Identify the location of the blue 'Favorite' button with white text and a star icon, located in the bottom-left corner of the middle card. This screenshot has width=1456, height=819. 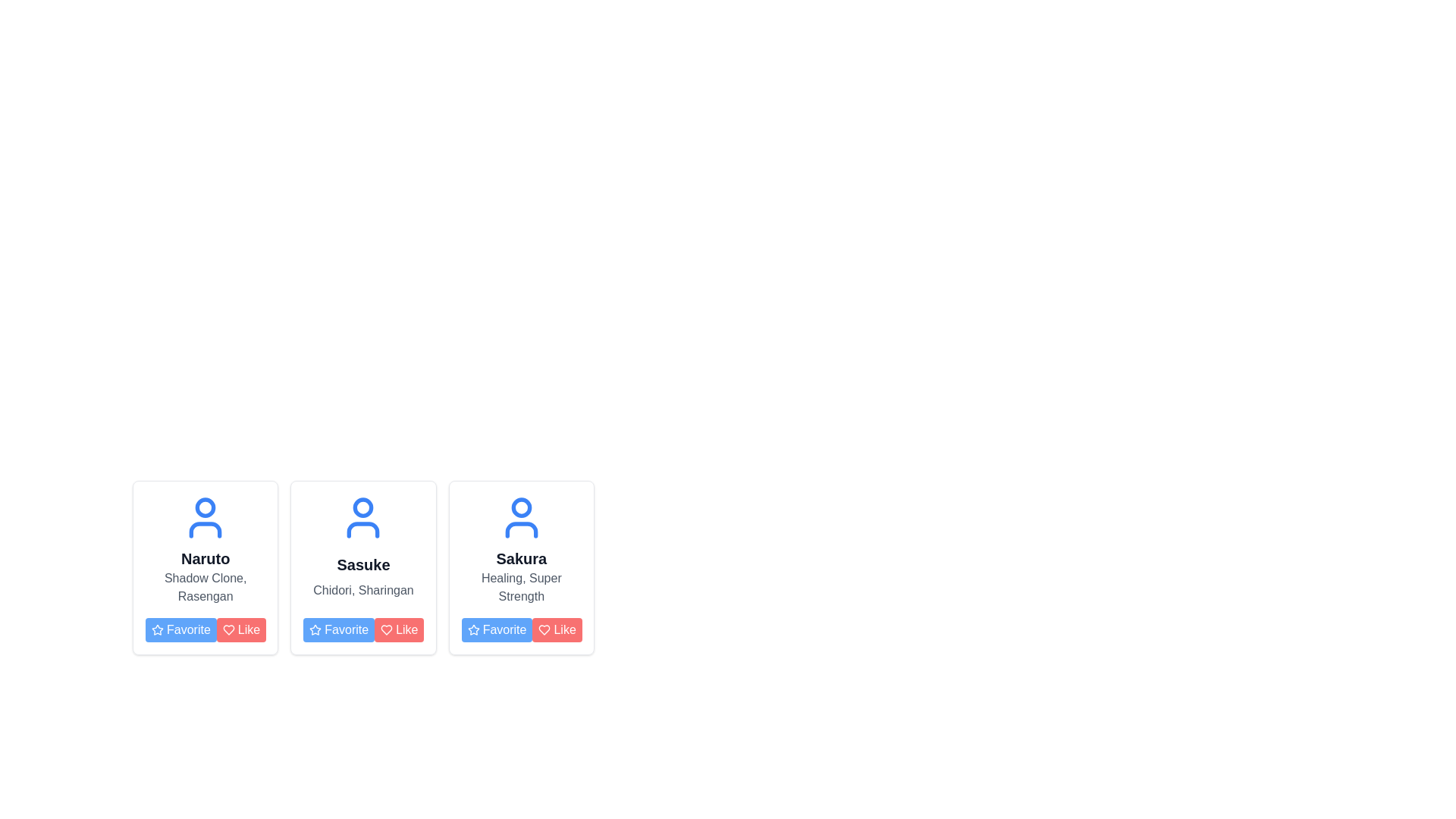
(338, 629).